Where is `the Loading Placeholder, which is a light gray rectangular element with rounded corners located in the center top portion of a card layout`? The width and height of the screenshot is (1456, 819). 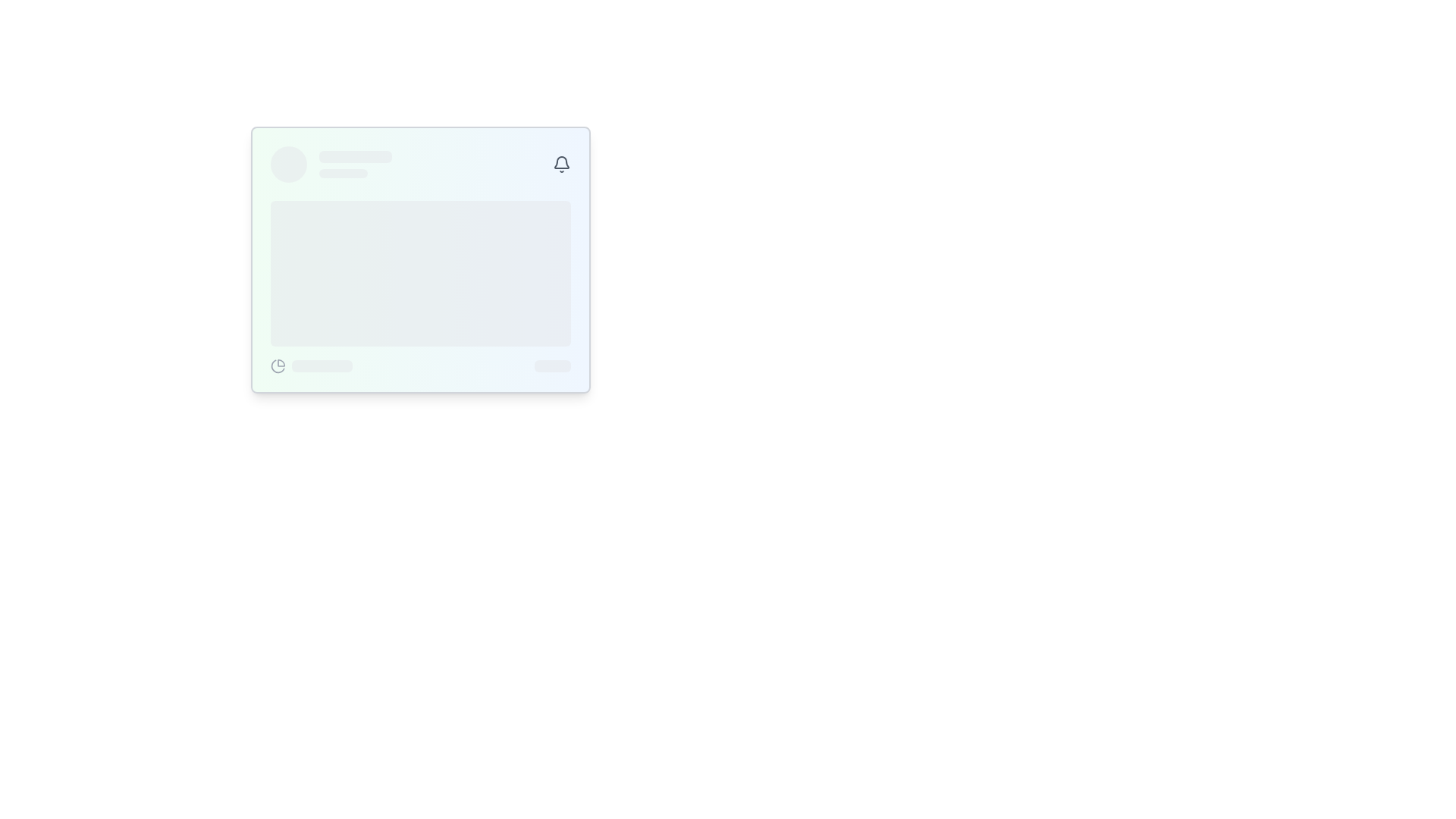 the Loading Placeholder, which is a light gray rectangular element with rounded corners located in the center top portion of a card layout is located at coordinates (355, 164).